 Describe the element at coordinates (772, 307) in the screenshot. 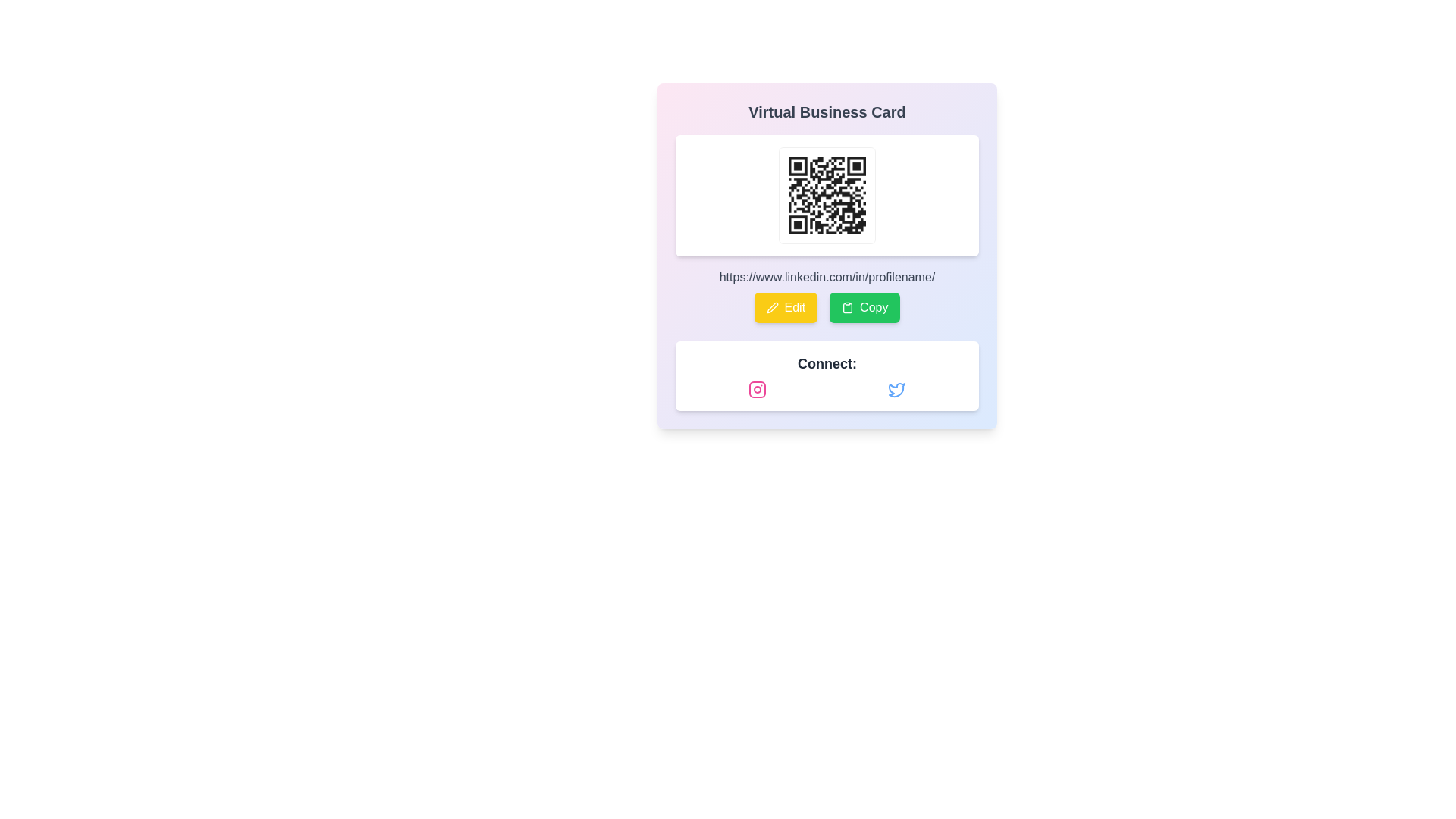

I see `the 'Edit' button icon located to the left within the button, which is centered beneath the QR code and URL text, to initiate an edit action` at that location.